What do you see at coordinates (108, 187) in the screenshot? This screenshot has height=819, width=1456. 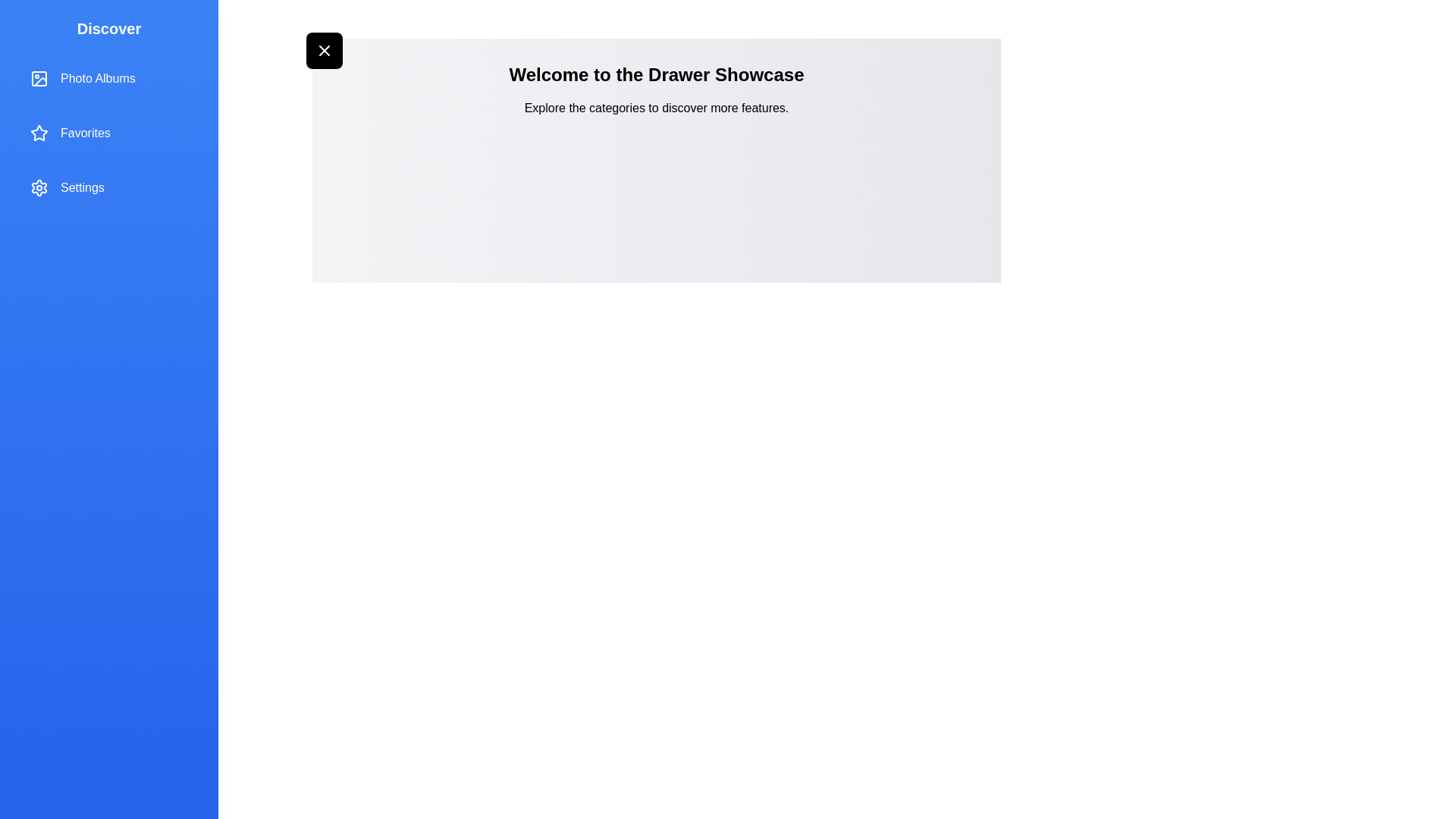 I see `the drawer item Settings to observe the hover effect` at bounding box center [108, 187].